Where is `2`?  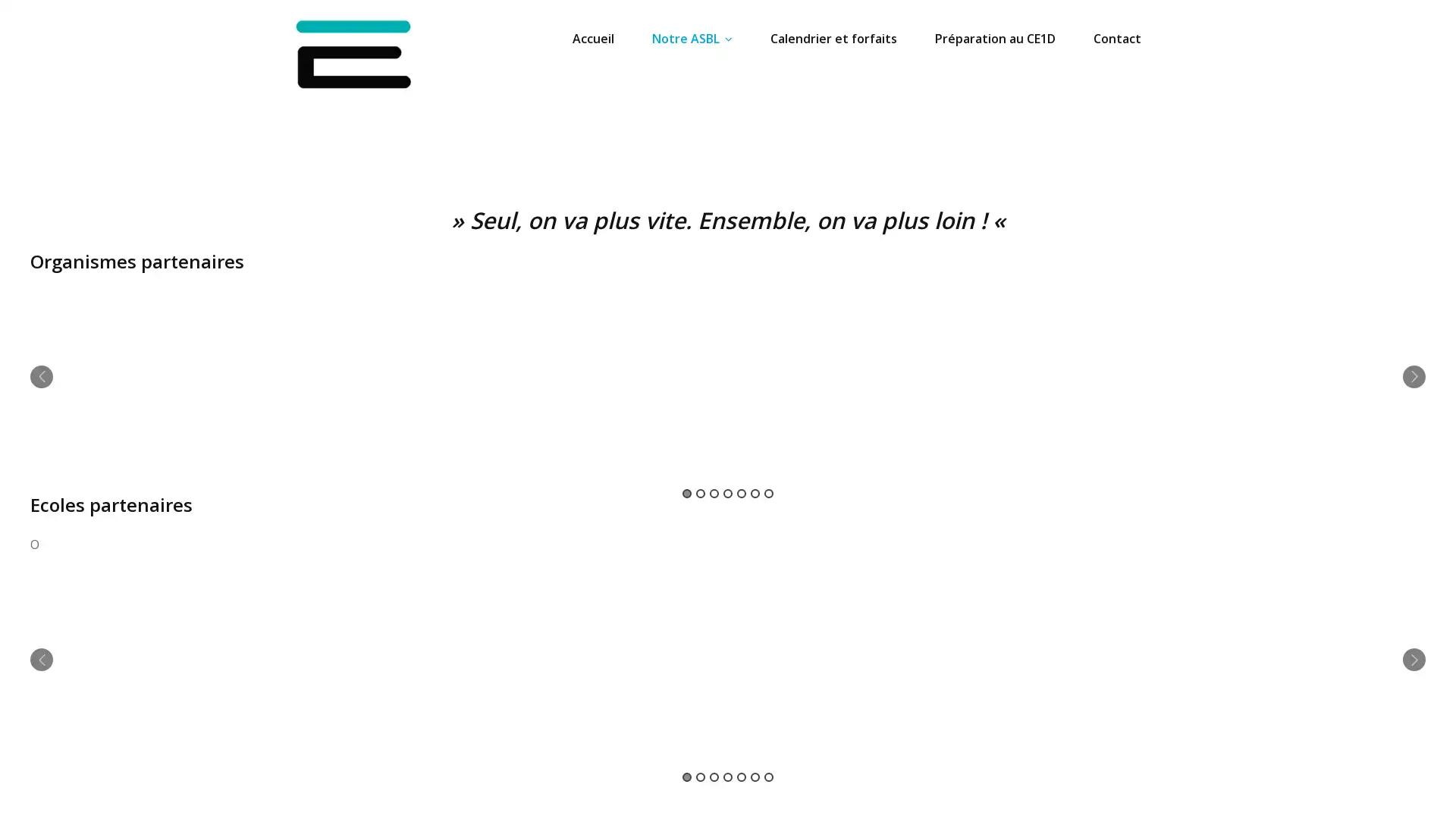
2 is located at coordinates (700, 776).